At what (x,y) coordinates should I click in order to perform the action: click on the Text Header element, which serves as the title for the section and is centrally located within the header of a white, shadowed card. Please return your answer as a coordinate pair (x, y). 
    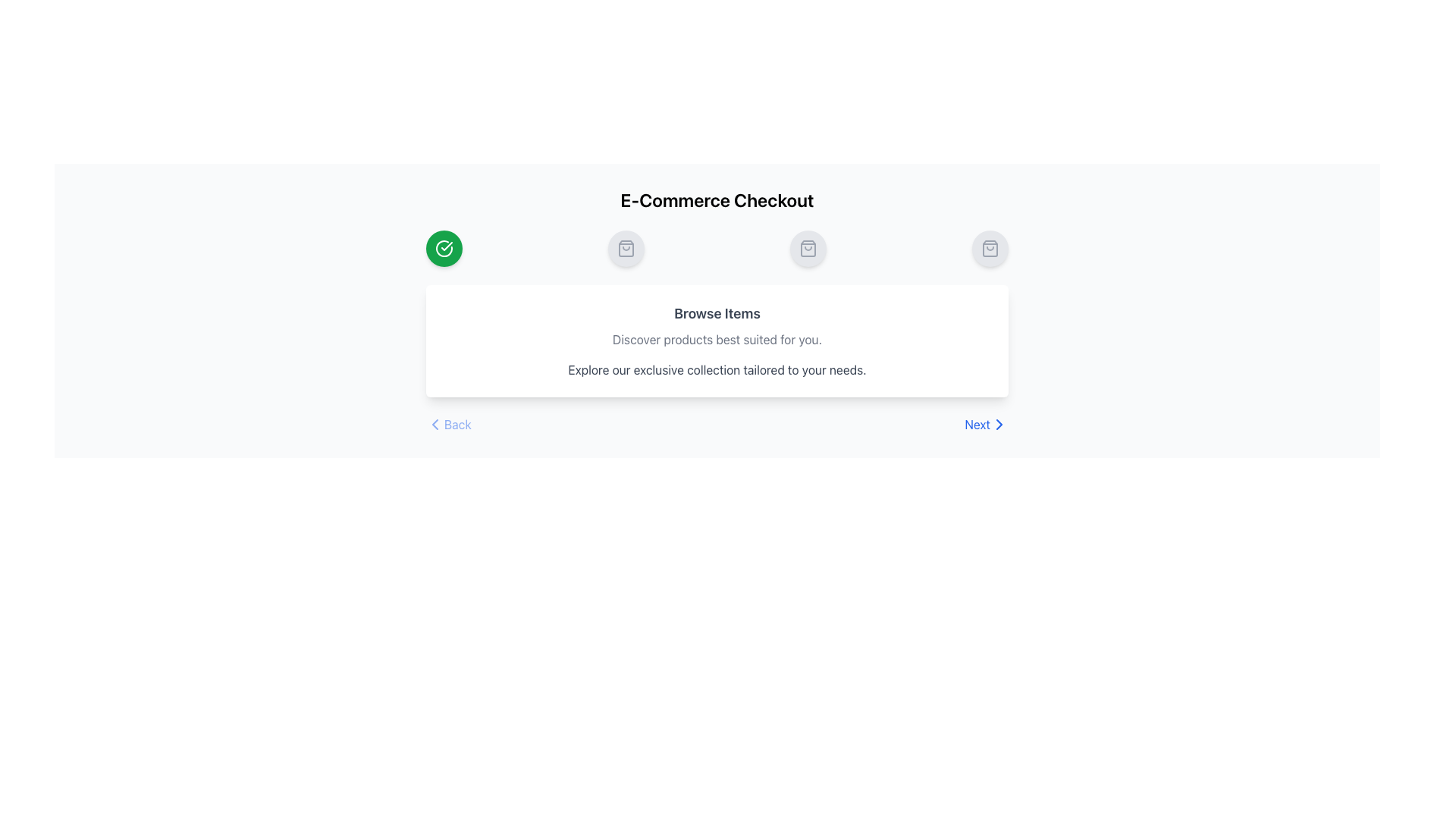
    Looking at the image, I should click on (716, 312).